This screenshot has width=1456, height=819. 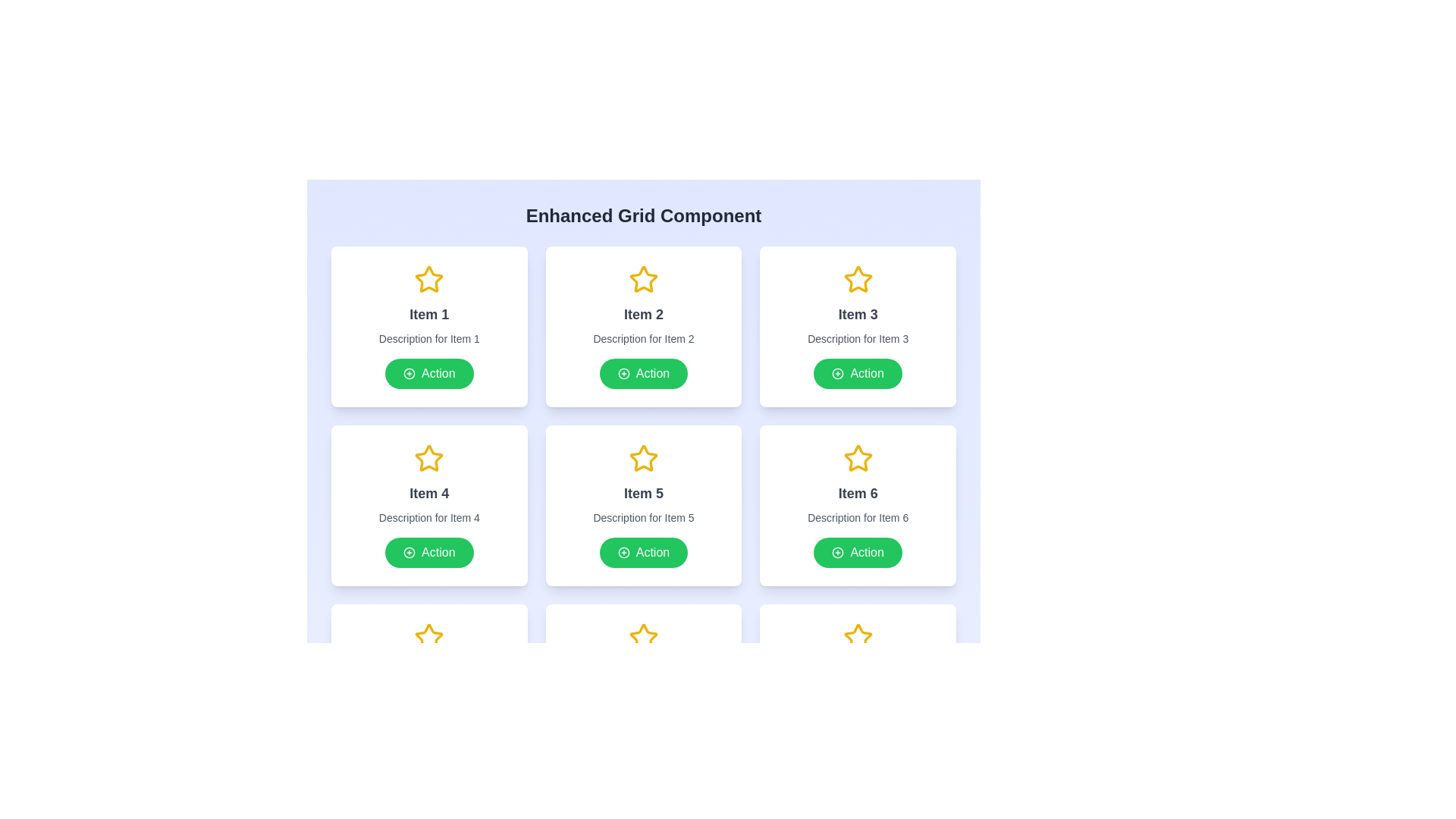 I want to click on the Label text that provides context for 'Item 2', located directly below the title 'Item 2' and above the green 'Action' button in the second card of the grid, so click(x=644, y=338).